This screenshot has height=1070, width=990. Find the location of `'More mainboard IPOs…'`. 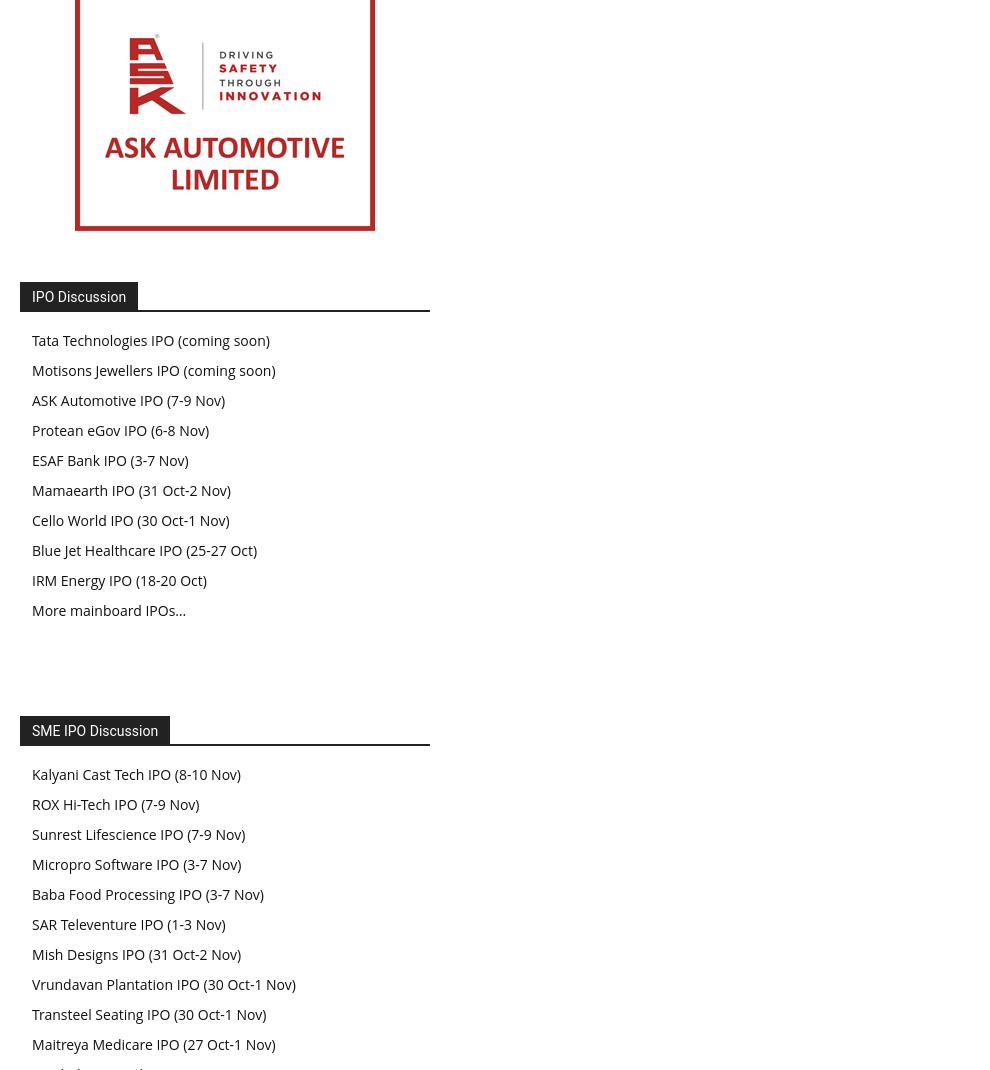

'More mainboard IPOs…' is located at coordinates (107, 608).